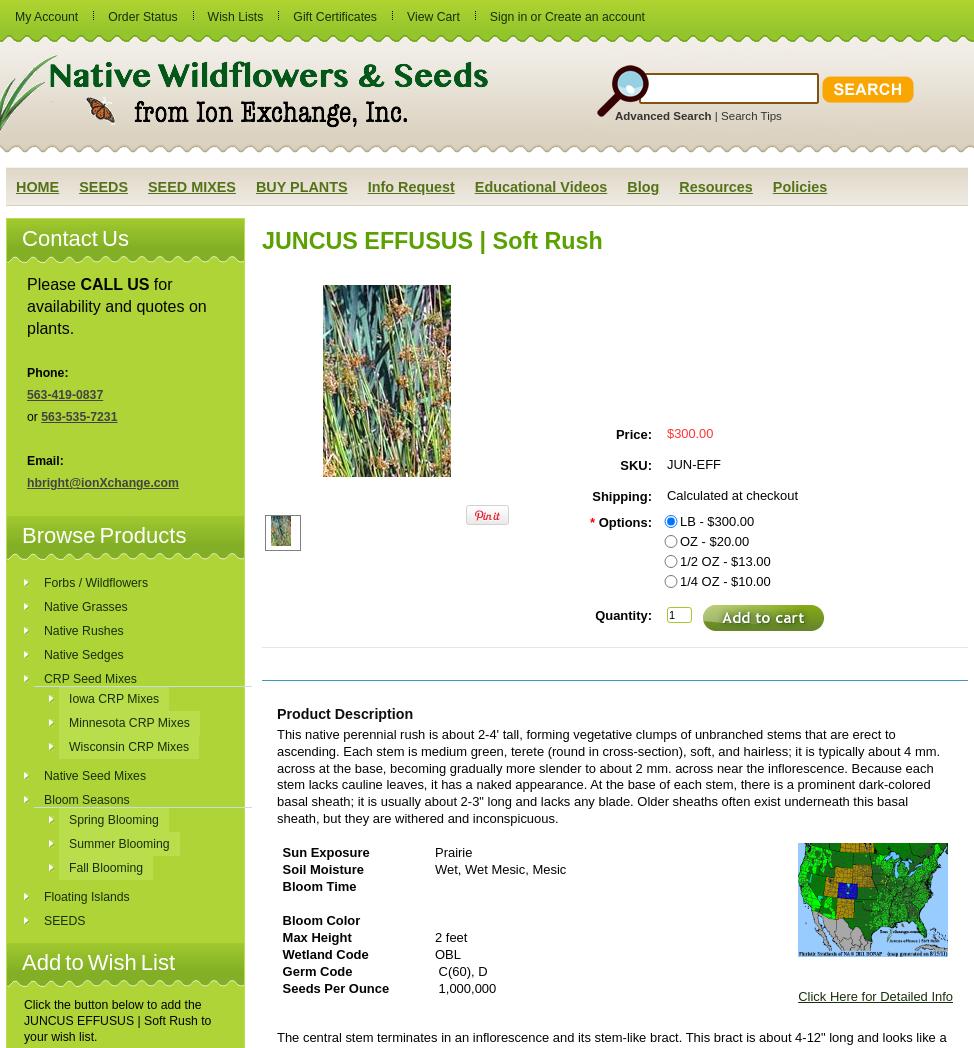  What do you see at coordinates (725, 581) in the screenshot?
I see `'1/4 OZ - $10.00'` at bounding box center [725, 581].